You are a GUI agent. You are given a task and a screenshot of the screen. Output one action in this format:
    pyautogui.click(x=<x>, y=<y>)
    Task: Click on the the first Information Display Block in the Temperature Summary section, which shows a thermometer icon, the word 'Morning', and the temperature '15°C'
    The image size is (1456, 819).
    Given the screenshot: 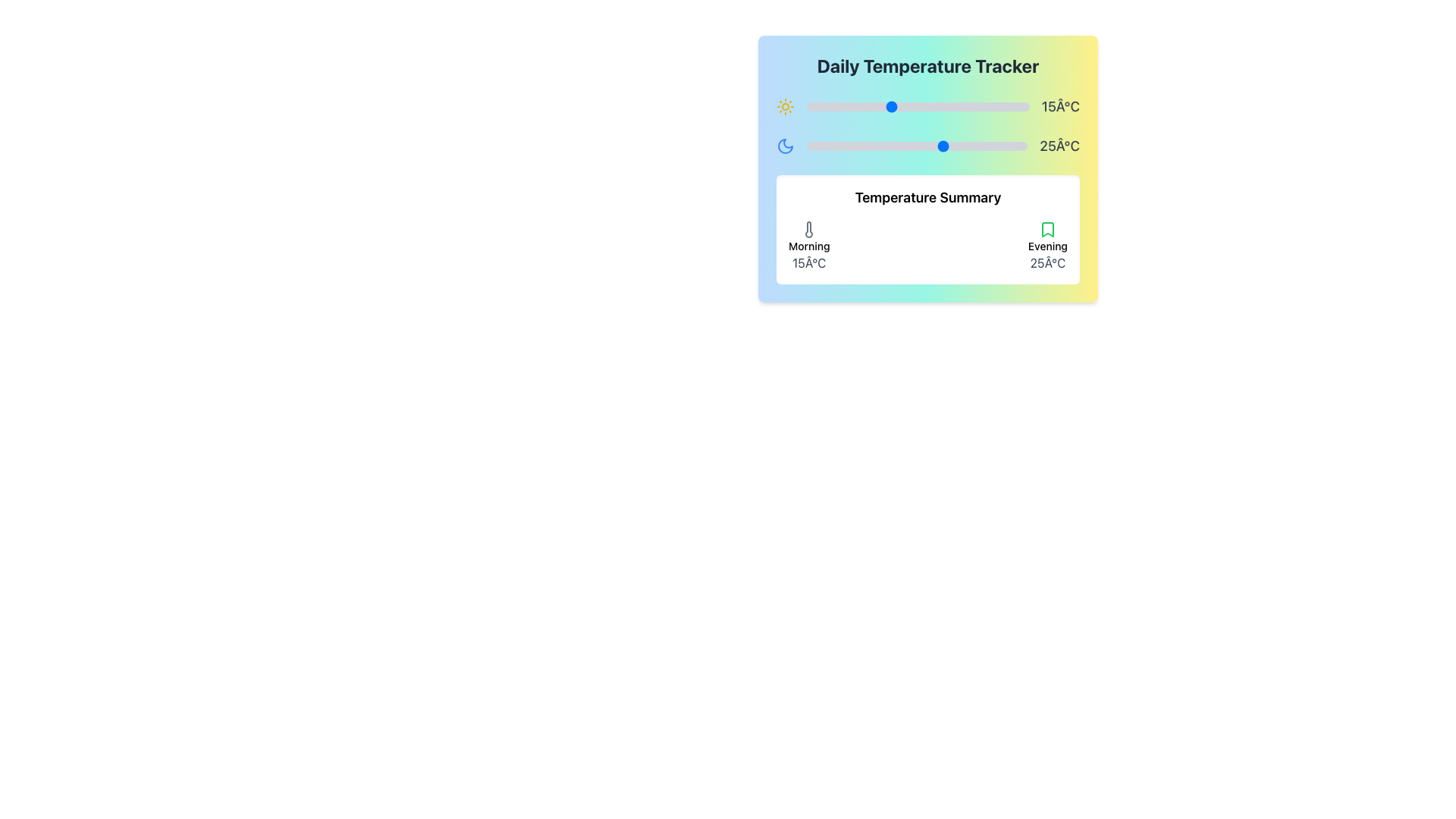 What is the action you would take?
    pyautogui.click(x=808, y=245)
    